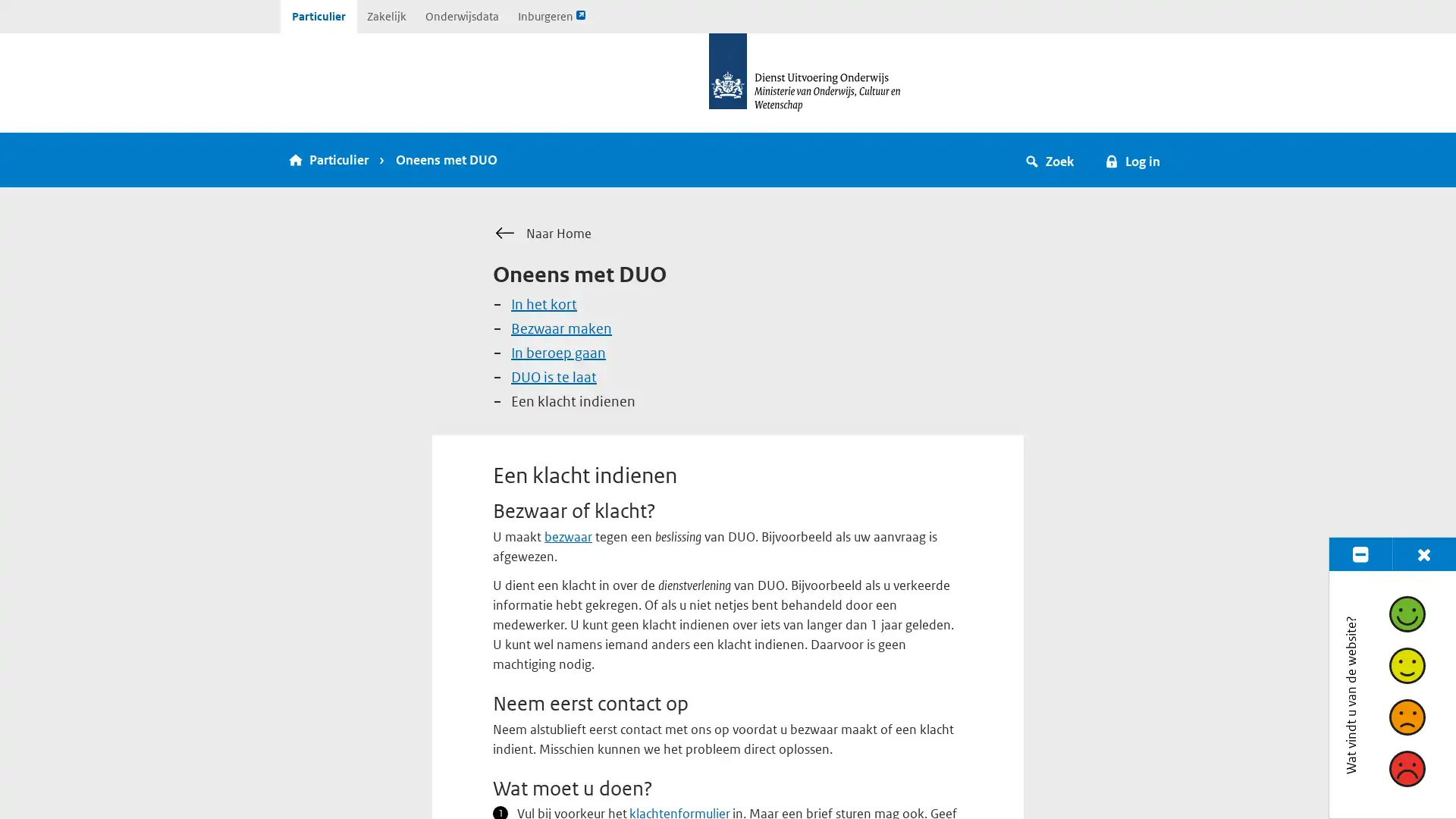 Image resolution: width=1456 pixels, height=819 pixels. I want to click on Redelijk, so click(1405, 664).